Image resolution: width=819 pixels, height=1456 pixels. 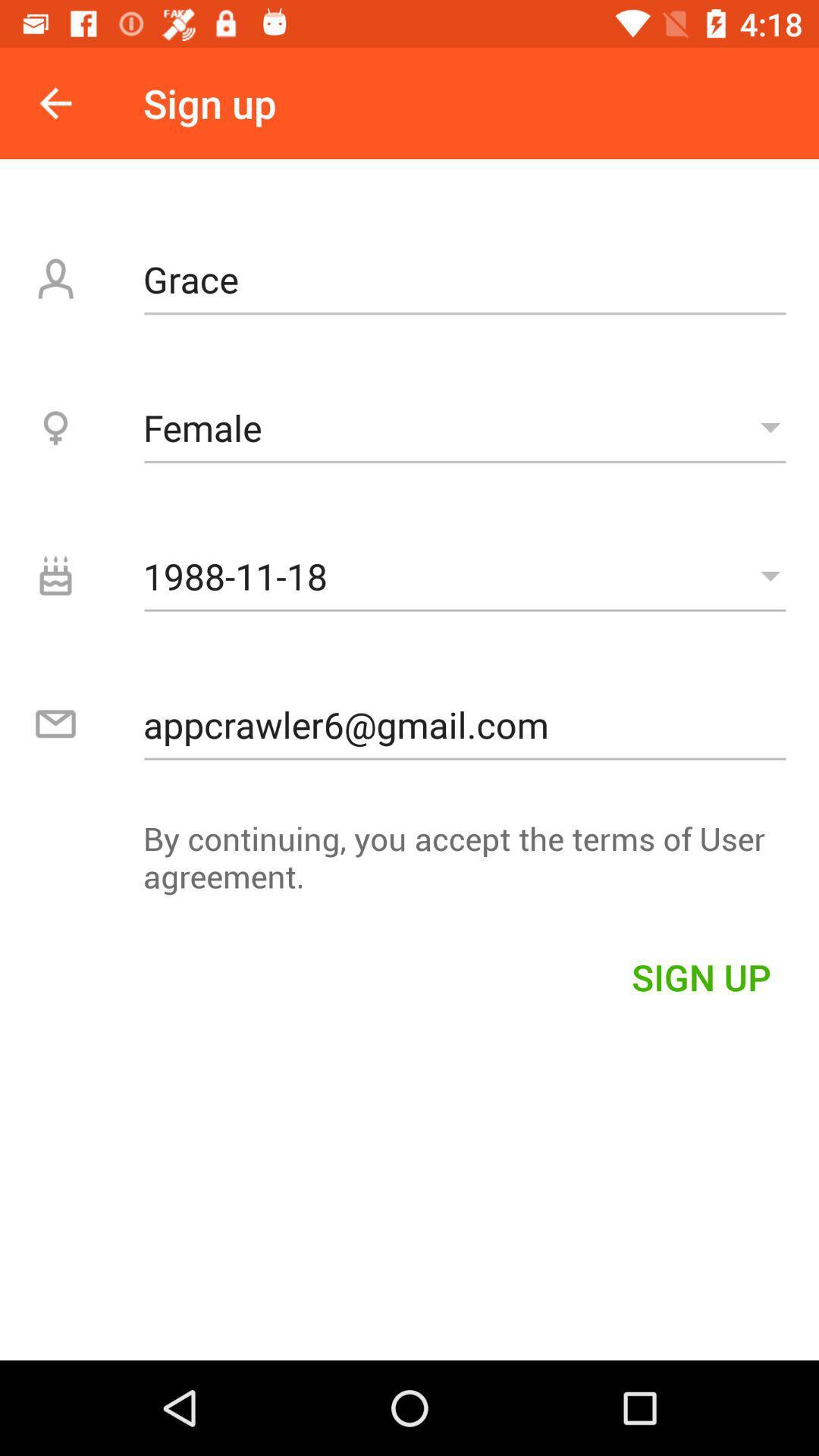 I want to click on the by continuing you icon, so click(x=409, y=864).